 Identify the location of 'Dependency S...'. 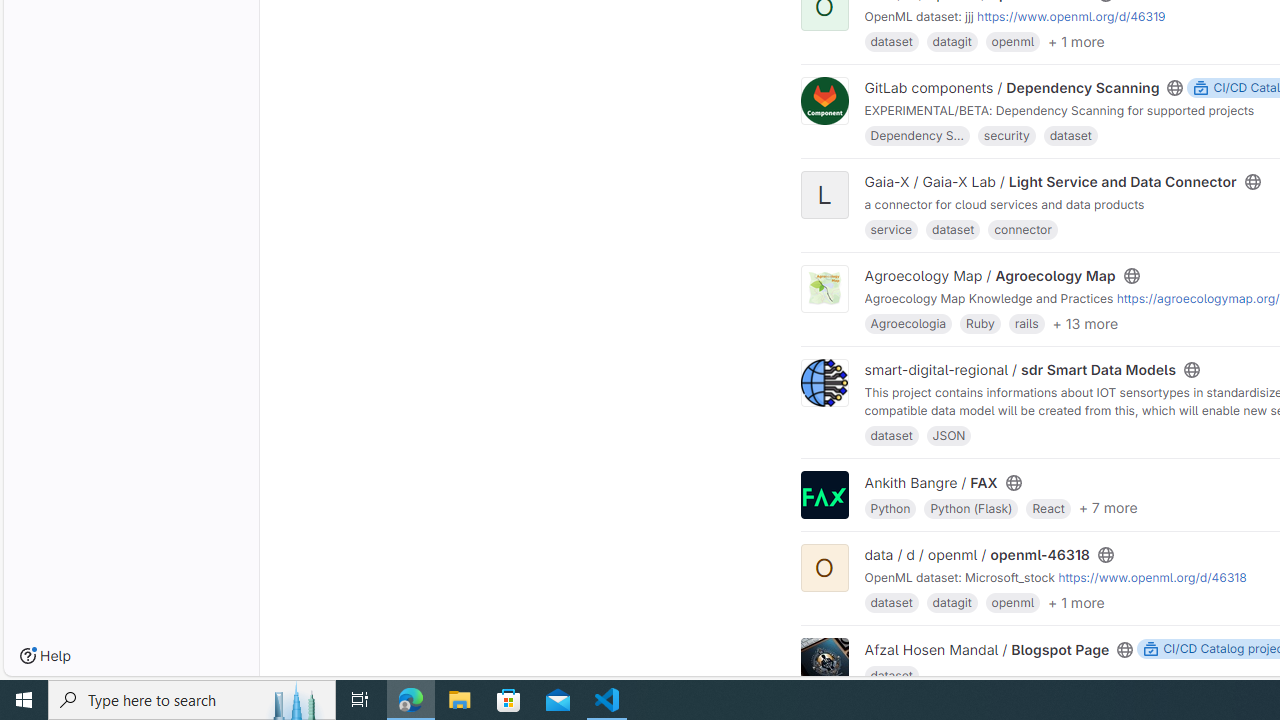
(916, 135).